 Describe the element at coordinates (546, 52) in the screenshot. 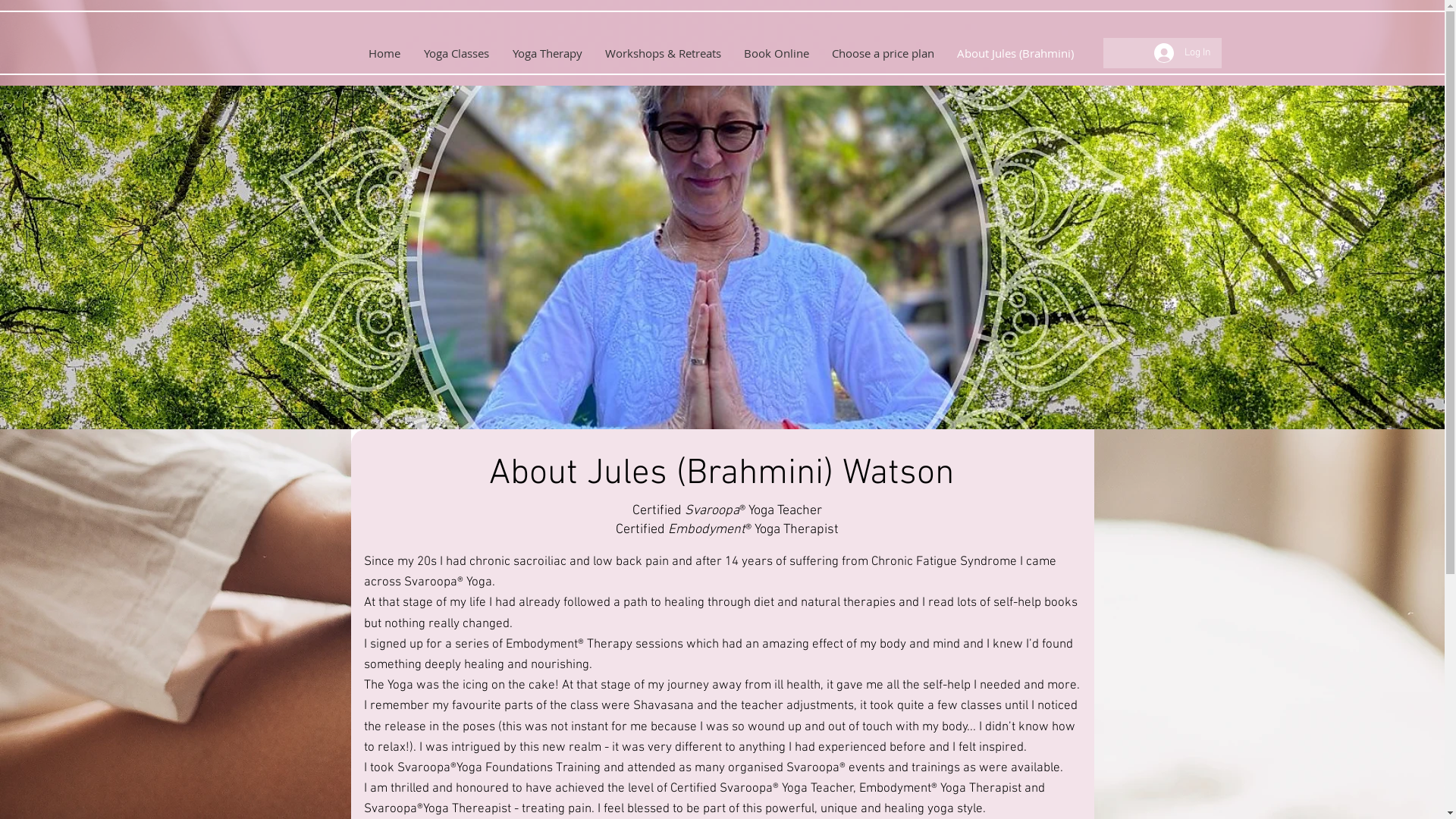

I see `'Yoga Therapy'` at that location.